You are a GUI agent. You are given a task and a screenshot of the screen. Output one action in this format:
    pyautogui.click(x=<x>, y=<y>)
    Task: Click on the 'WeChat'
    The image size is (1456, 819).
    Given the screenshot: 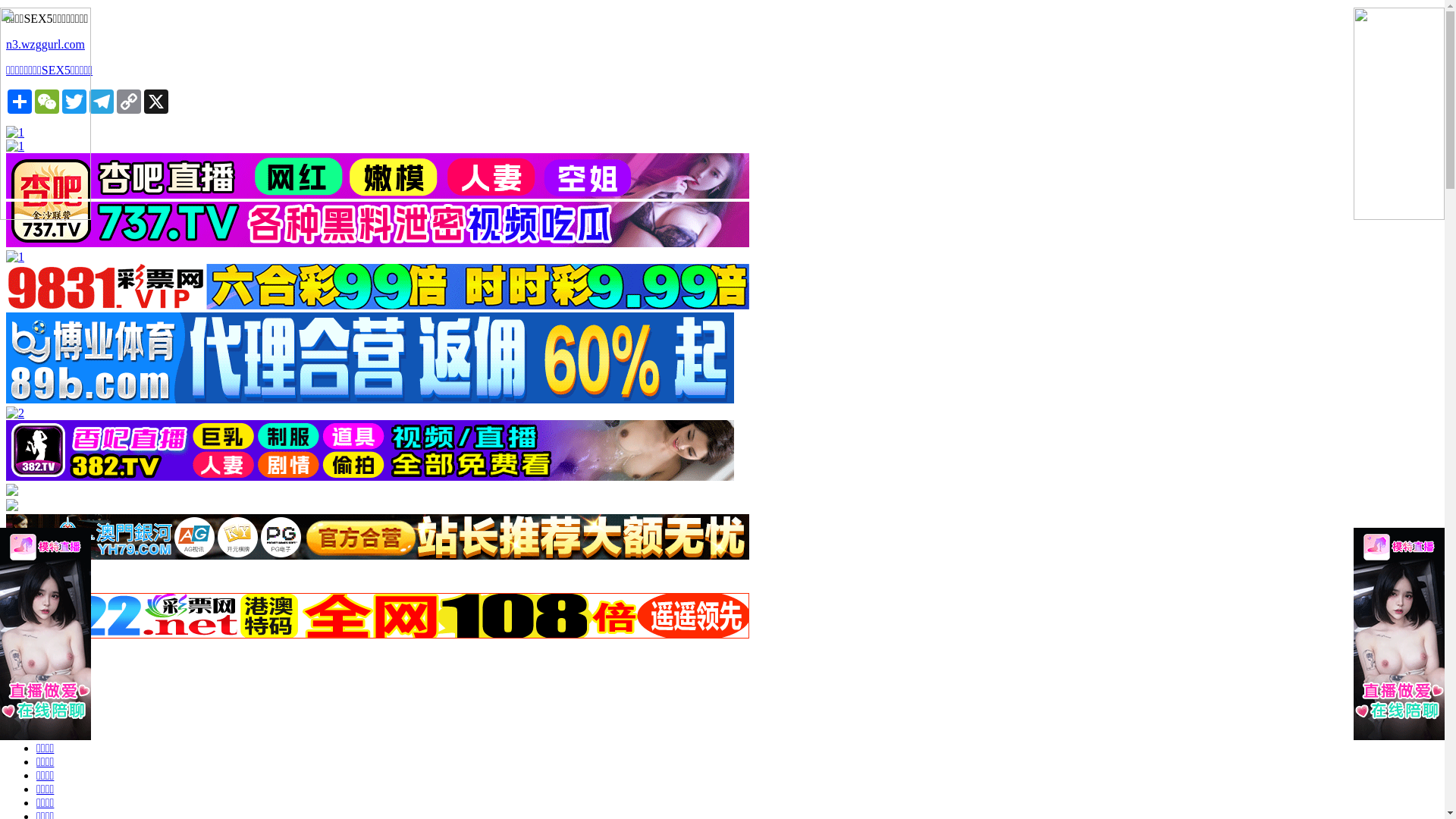 What is the action you would take?
    pyautogui.click(x=47, y=102)
    